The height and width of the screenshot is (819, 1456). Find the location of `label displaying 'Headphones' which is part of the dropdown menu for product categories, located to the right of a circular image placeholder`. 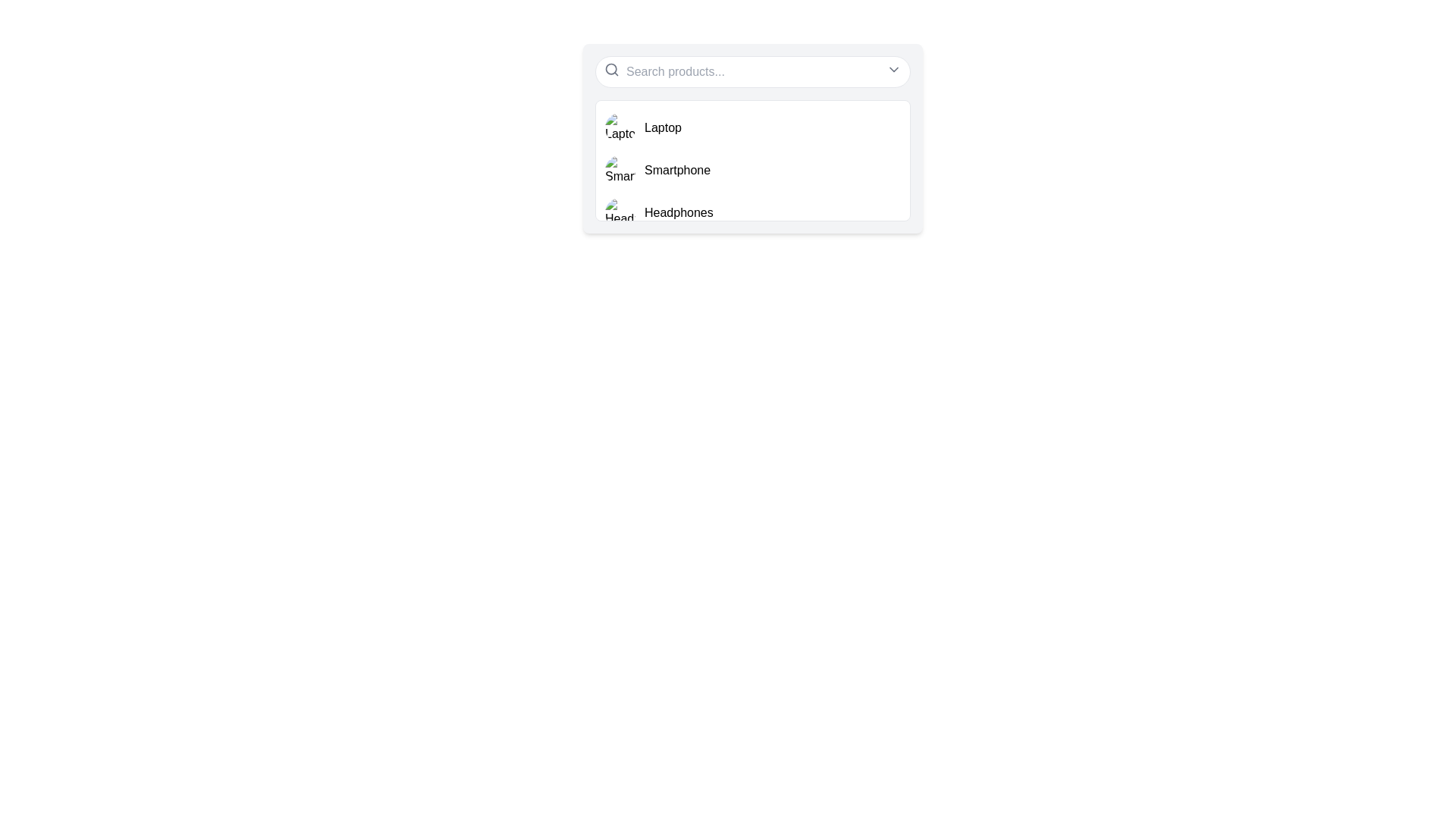

label displaying 'Headphones' which is part of the dropdown menu for product categories, located to the right of a circular image placeholder is located at coordinates (678, 213).